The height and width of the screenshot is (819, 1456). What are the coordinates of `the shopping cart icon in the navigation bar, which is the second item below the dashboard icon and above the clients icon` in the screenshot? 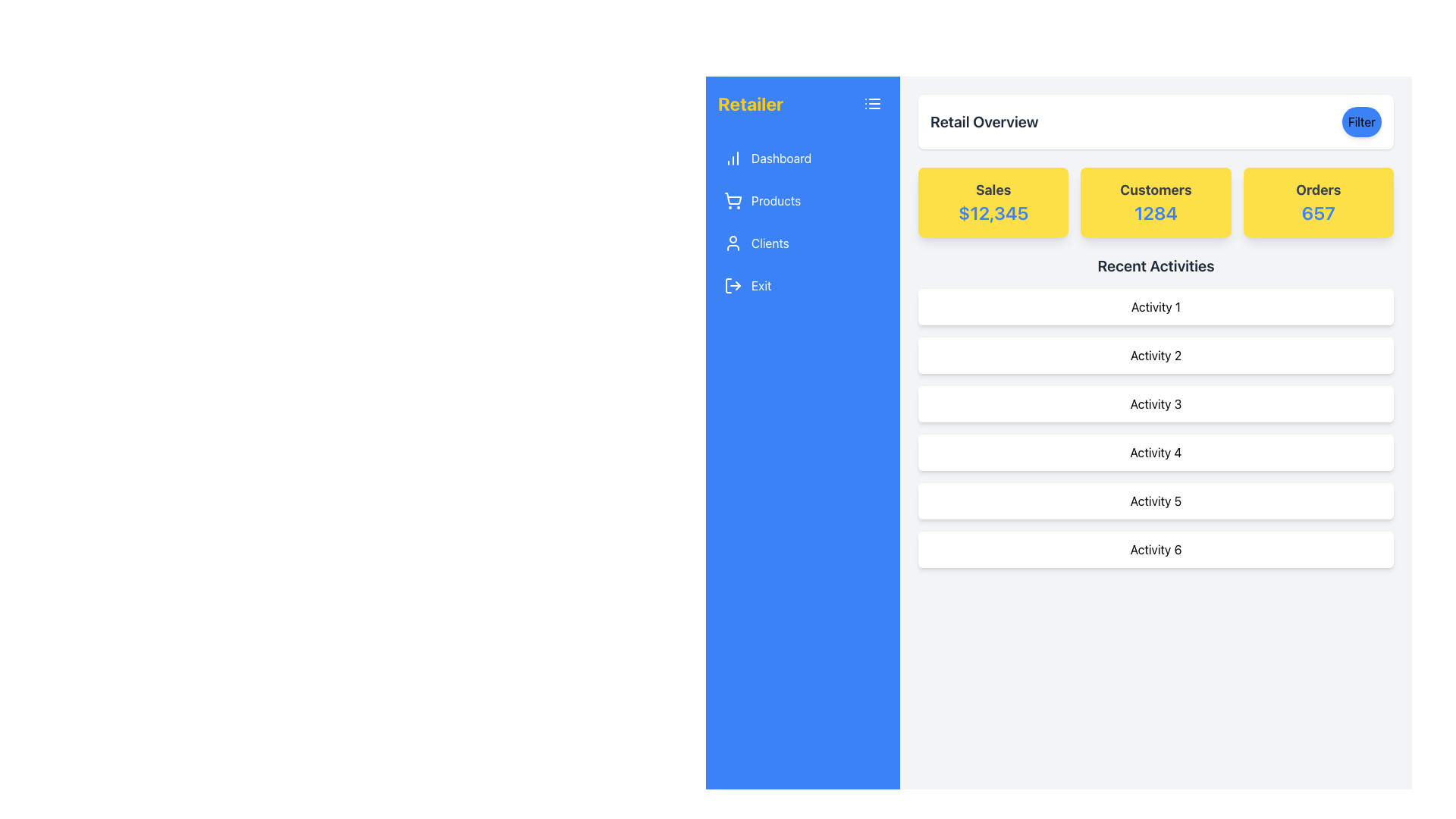 It's located at (733, 198).